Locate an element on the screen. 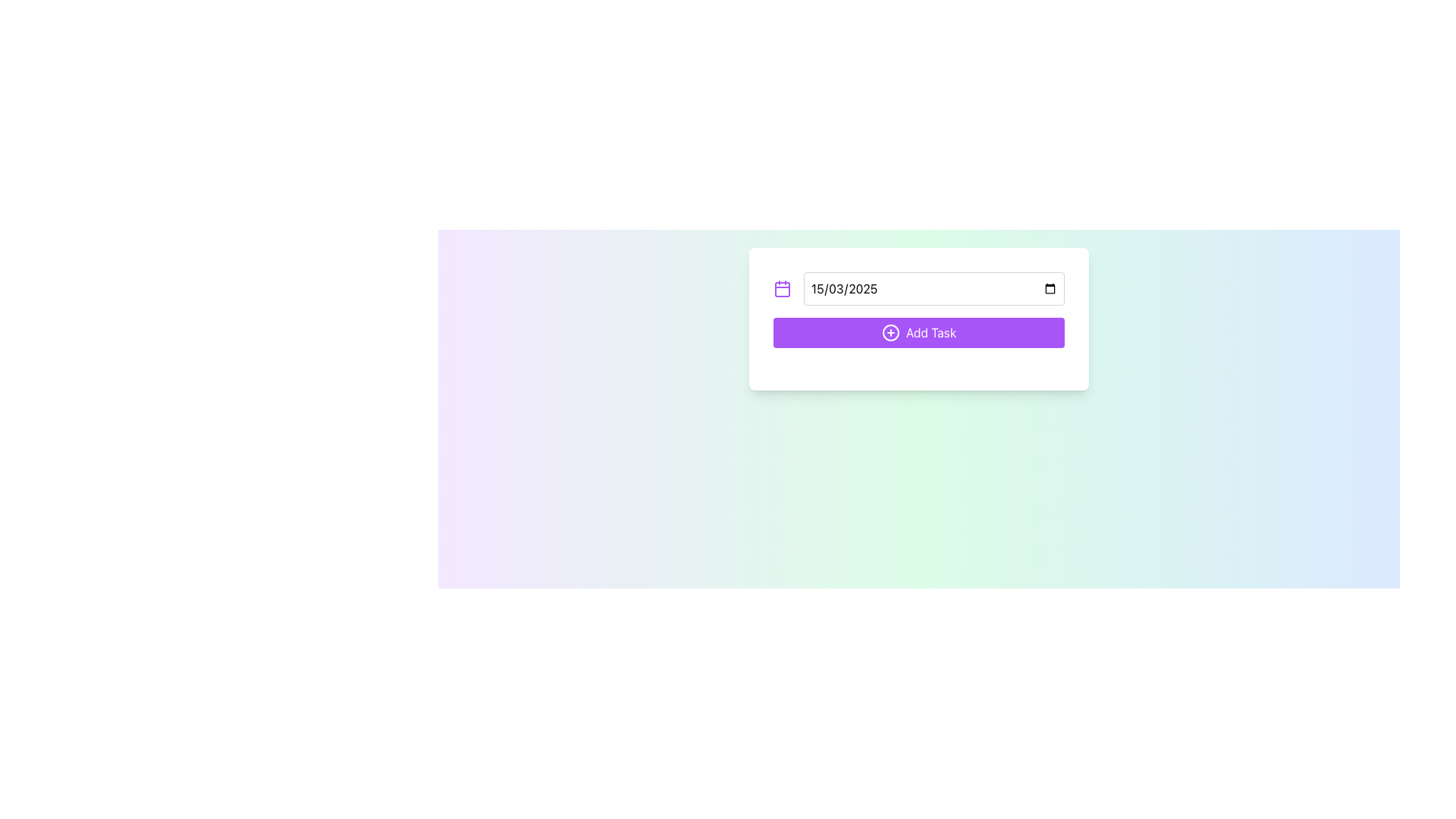  the 'Add Task' icon located to the left of the text label within the purple rectangular button is located at coordinates (890, 332).